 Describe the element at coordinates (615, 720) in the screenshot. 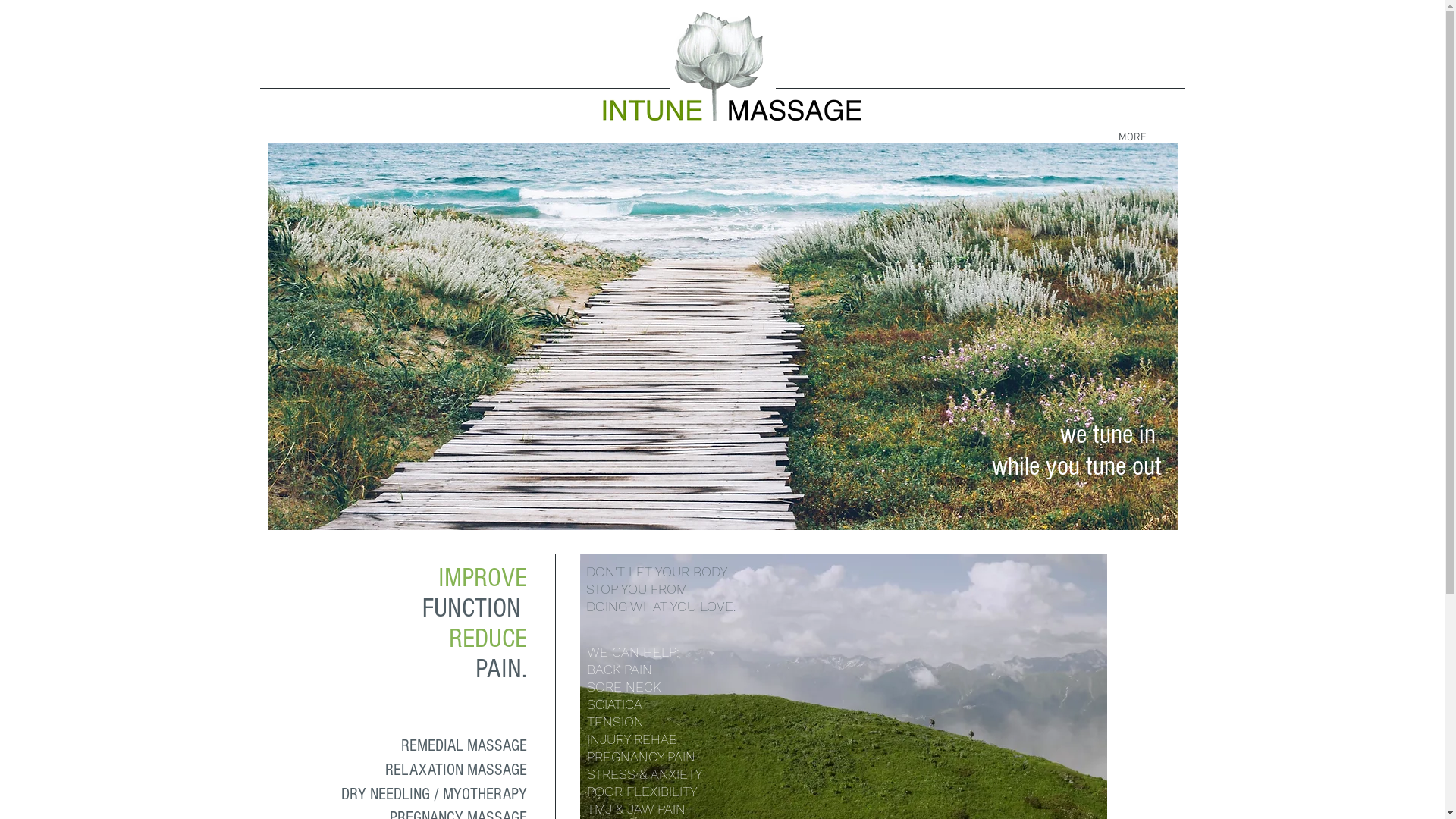

I see `'TENSION'` at that location.